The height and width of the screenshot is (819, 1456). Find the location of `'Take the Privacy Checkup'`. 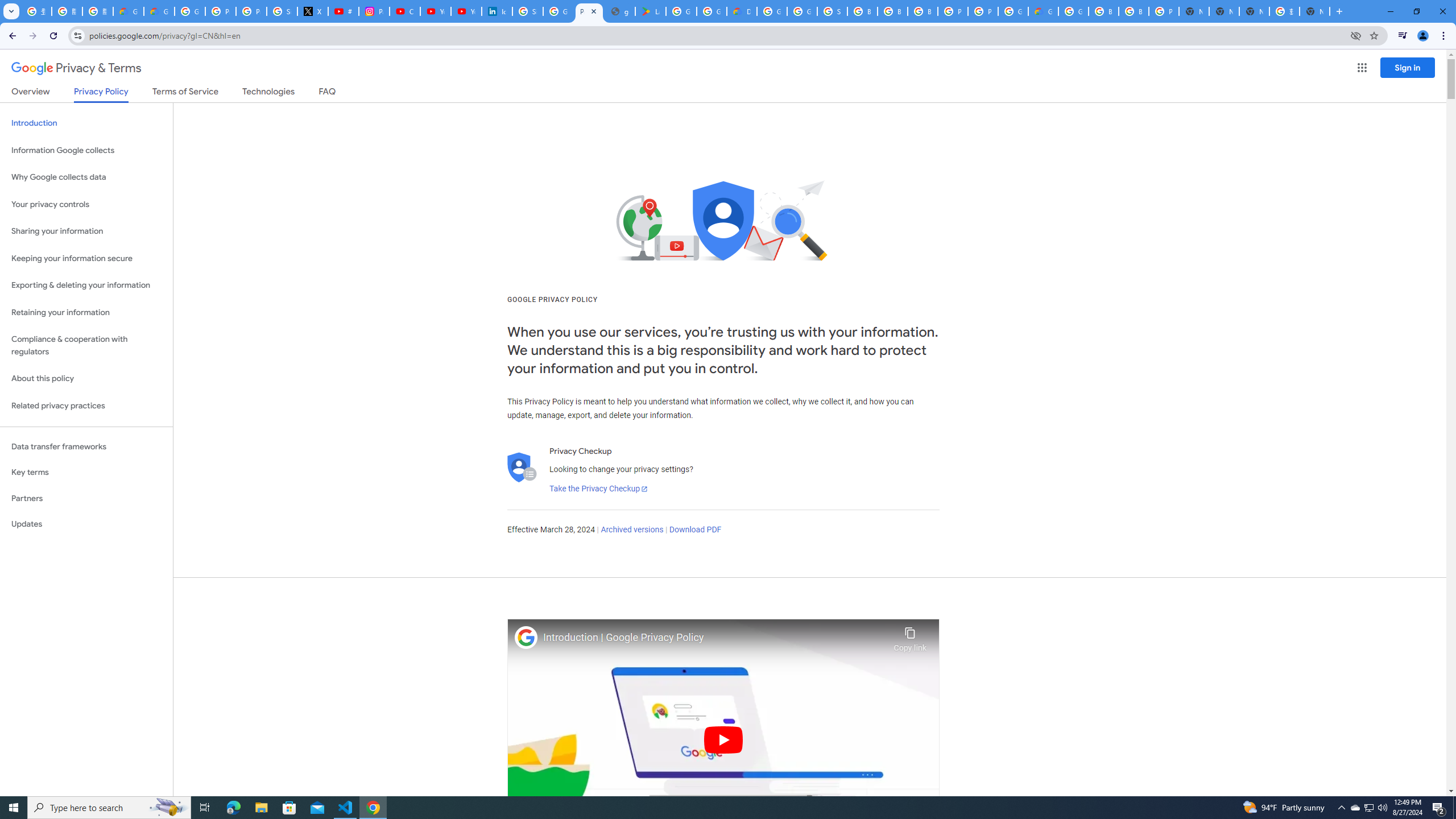

'Take the Privacy Checkup' is located at coordinates (598, 488).